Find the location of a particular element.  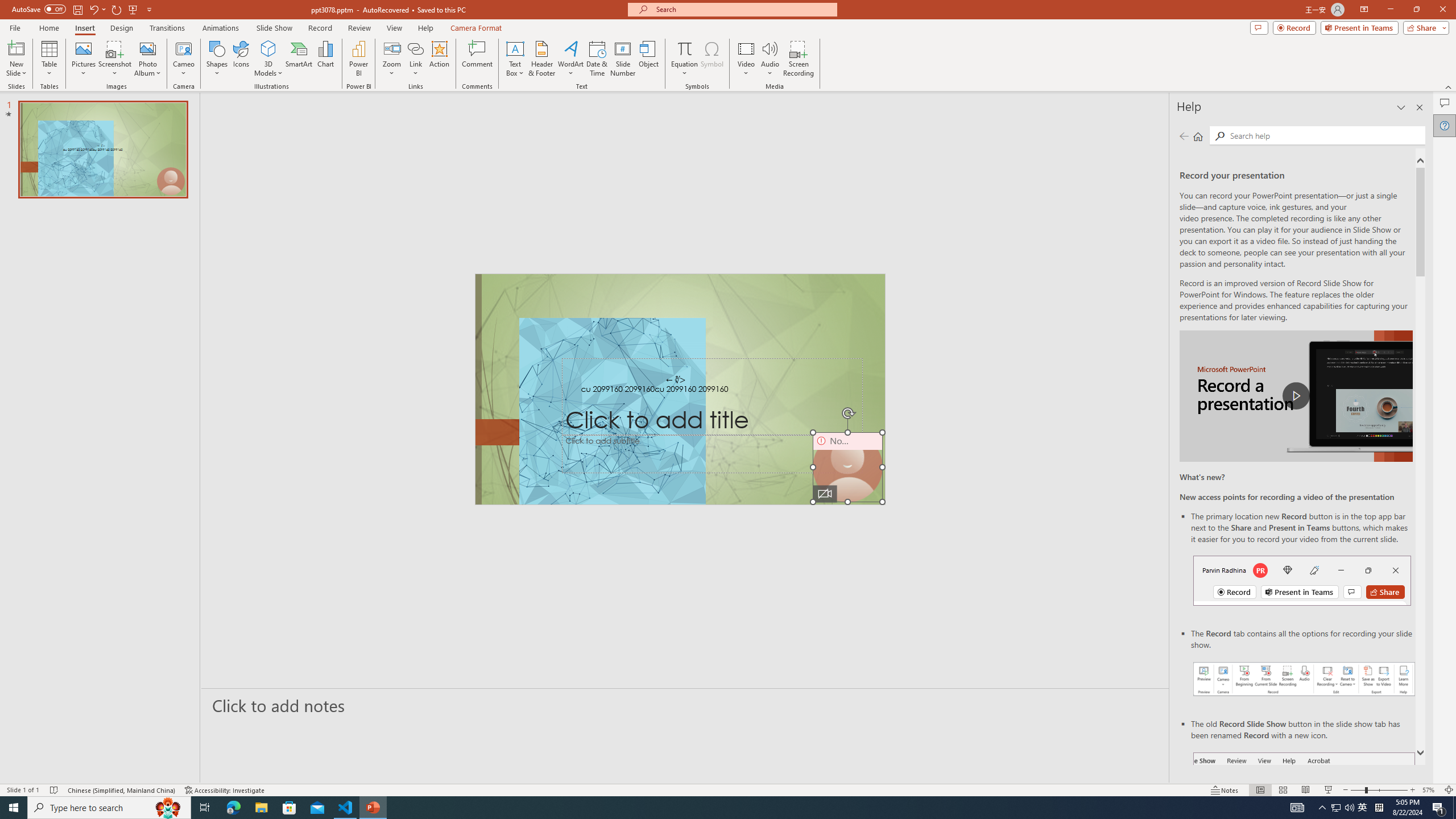

'Screen Recording...' is located at coordinates (798, 59).